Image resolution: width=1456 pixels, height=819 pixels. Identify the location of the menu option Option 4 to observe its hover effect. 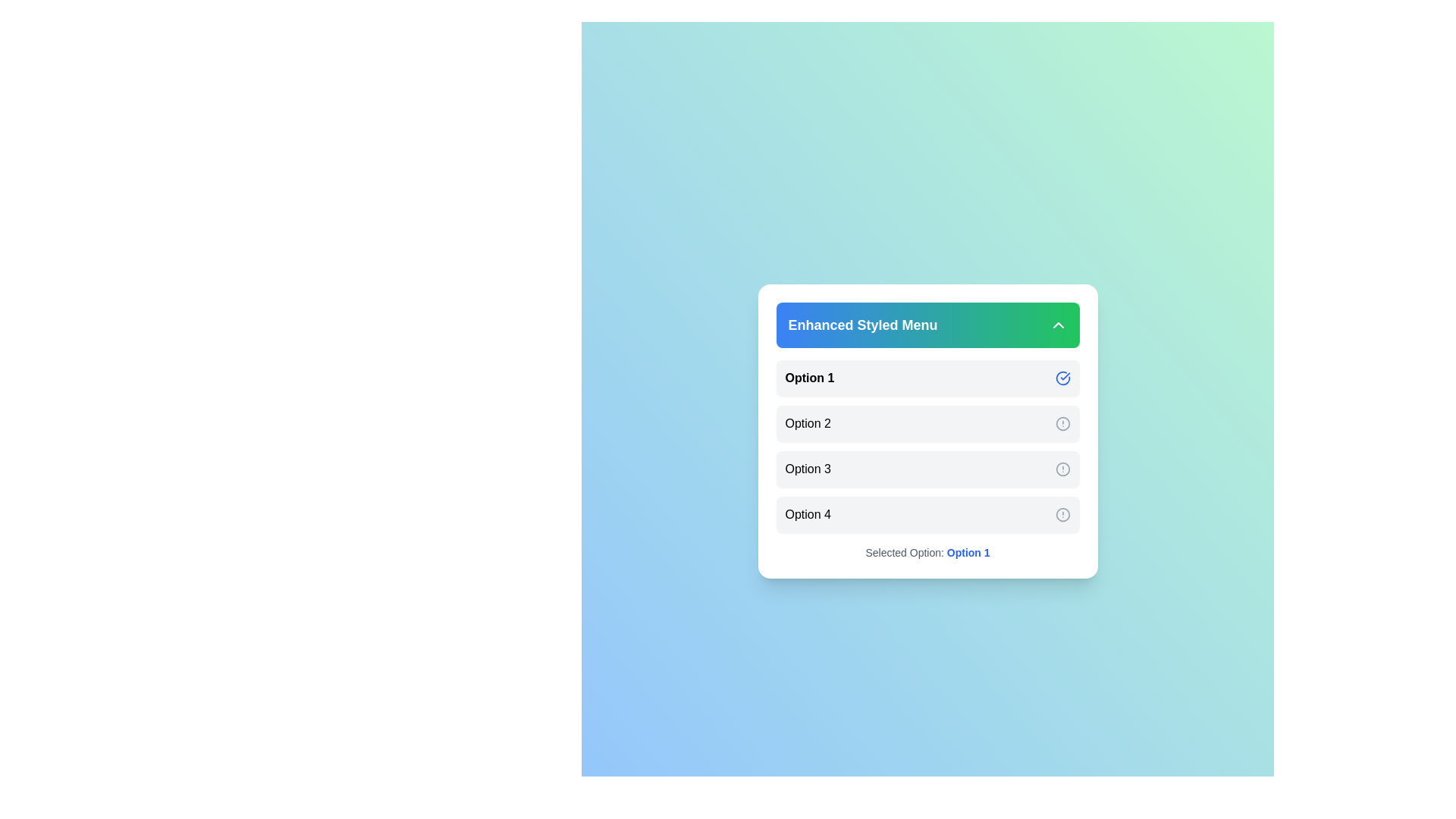
(927, 513).